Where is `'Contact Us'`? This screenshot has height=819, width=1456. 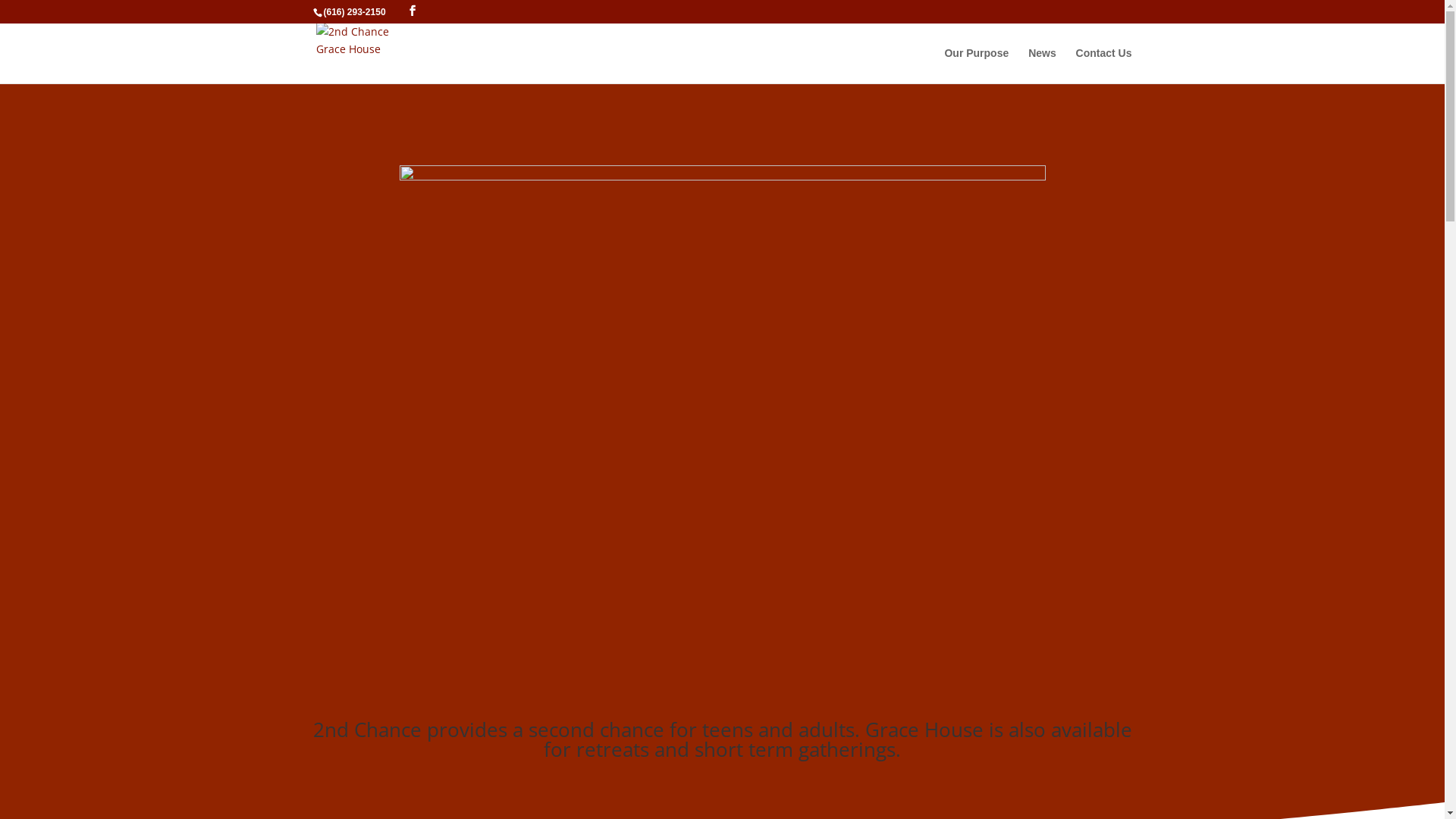
'Contact Us' is located at coordinates (1103, 64).